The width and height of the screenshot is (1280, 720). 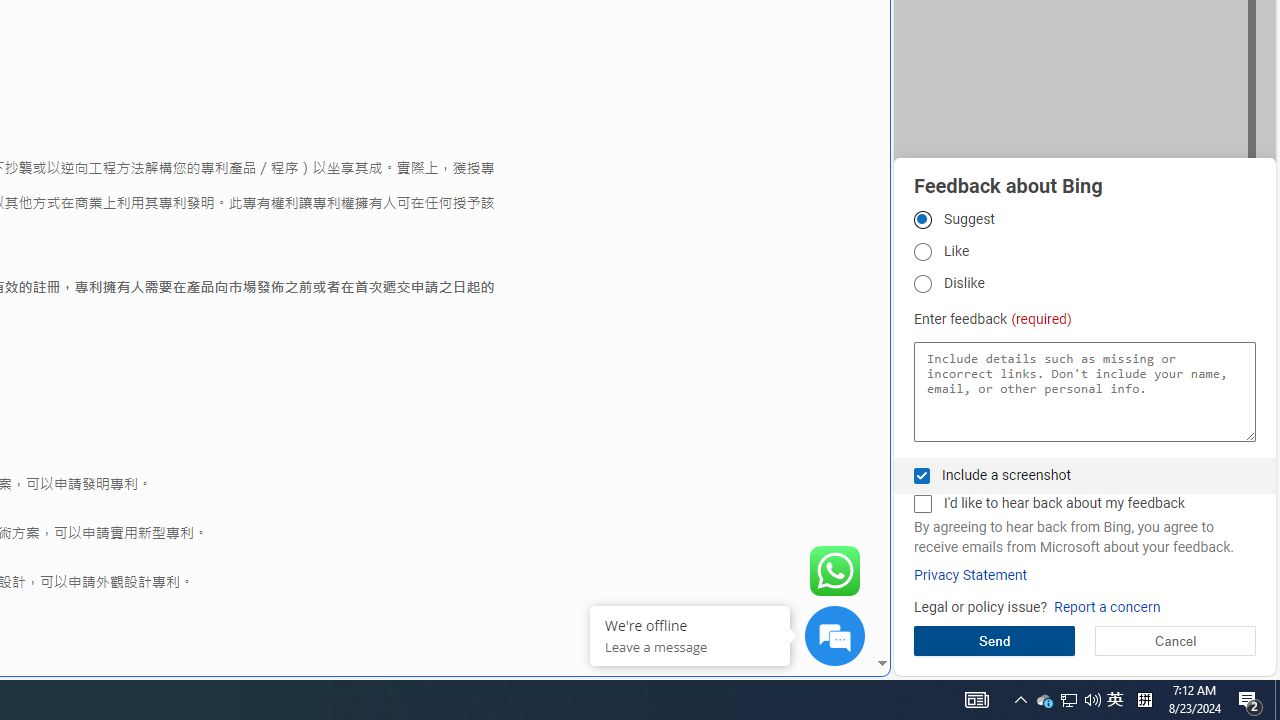 What do you see at coordinates (1175, 640) in the screenshot?
I see `'Cancel'` at bounding box center [1175, 640].